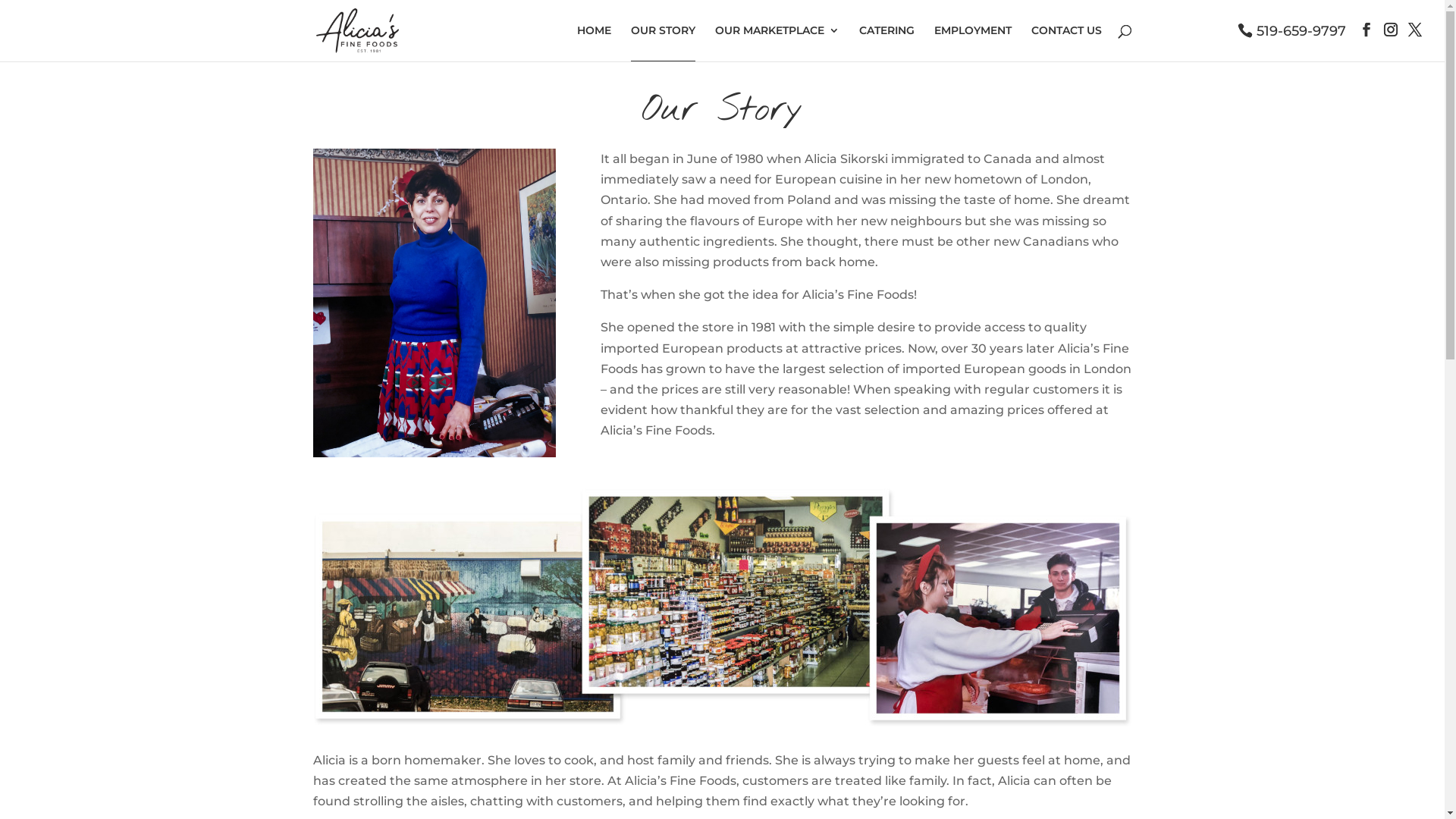 The width and height of the screenshot is (1456, 819). What do you see at coordinates (713, 42) in the screenshot?
I see `'OUR MARKETPLACE'` at bounding box center [713, 42].